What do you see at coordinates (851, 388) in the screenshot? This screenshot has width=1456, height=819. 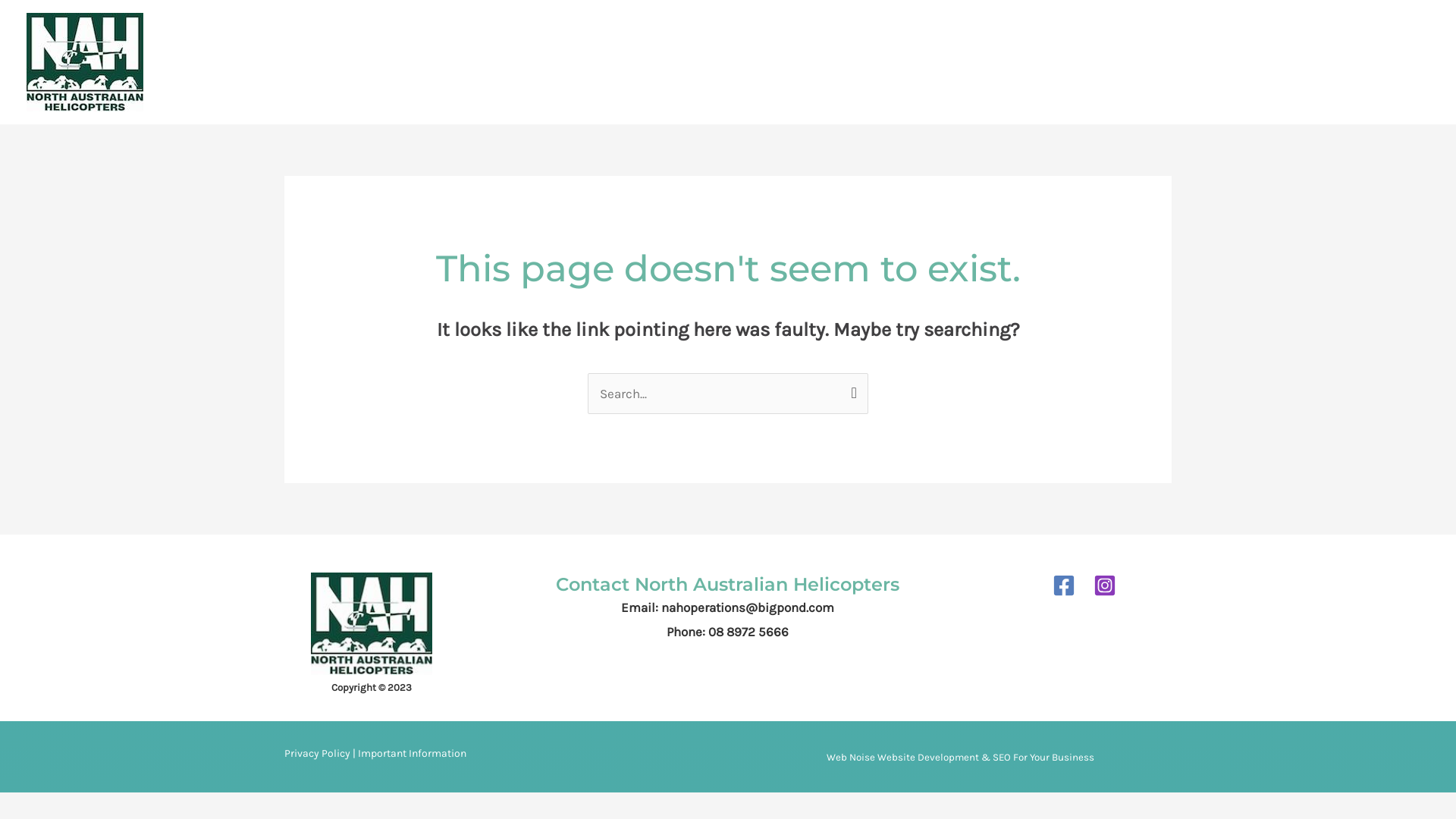 I see `'Search'` at bounding box center [851, 388].